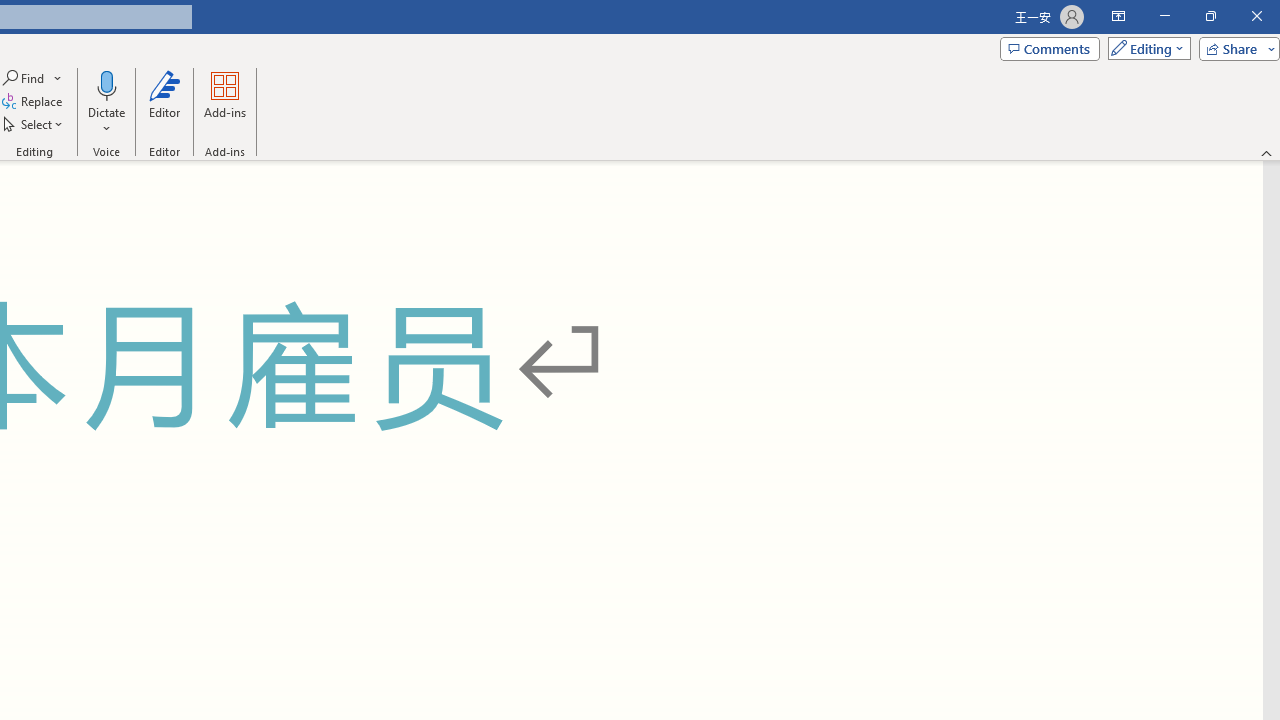 The image size is (1280, 720). Describe the element at coordinates (1255, 16) in the screenshot. I see `'Close'` at that location.